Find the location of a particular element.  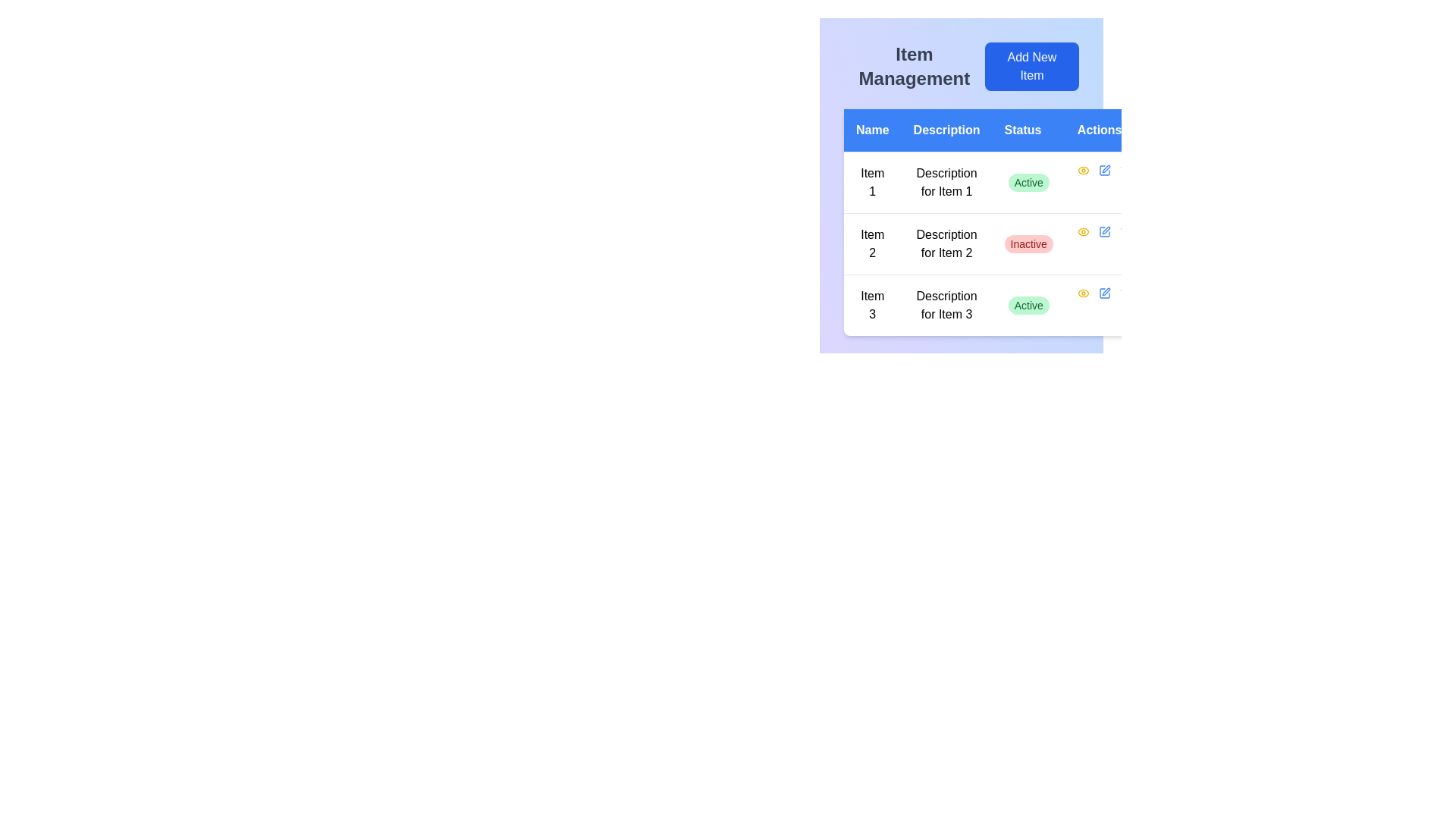

the 'Add New Item' button, a rectangular button with a blue background and white text, positioned to the right of the 'Item Management' heading, using keyboard navigation is located at coordinates (1031, 66).